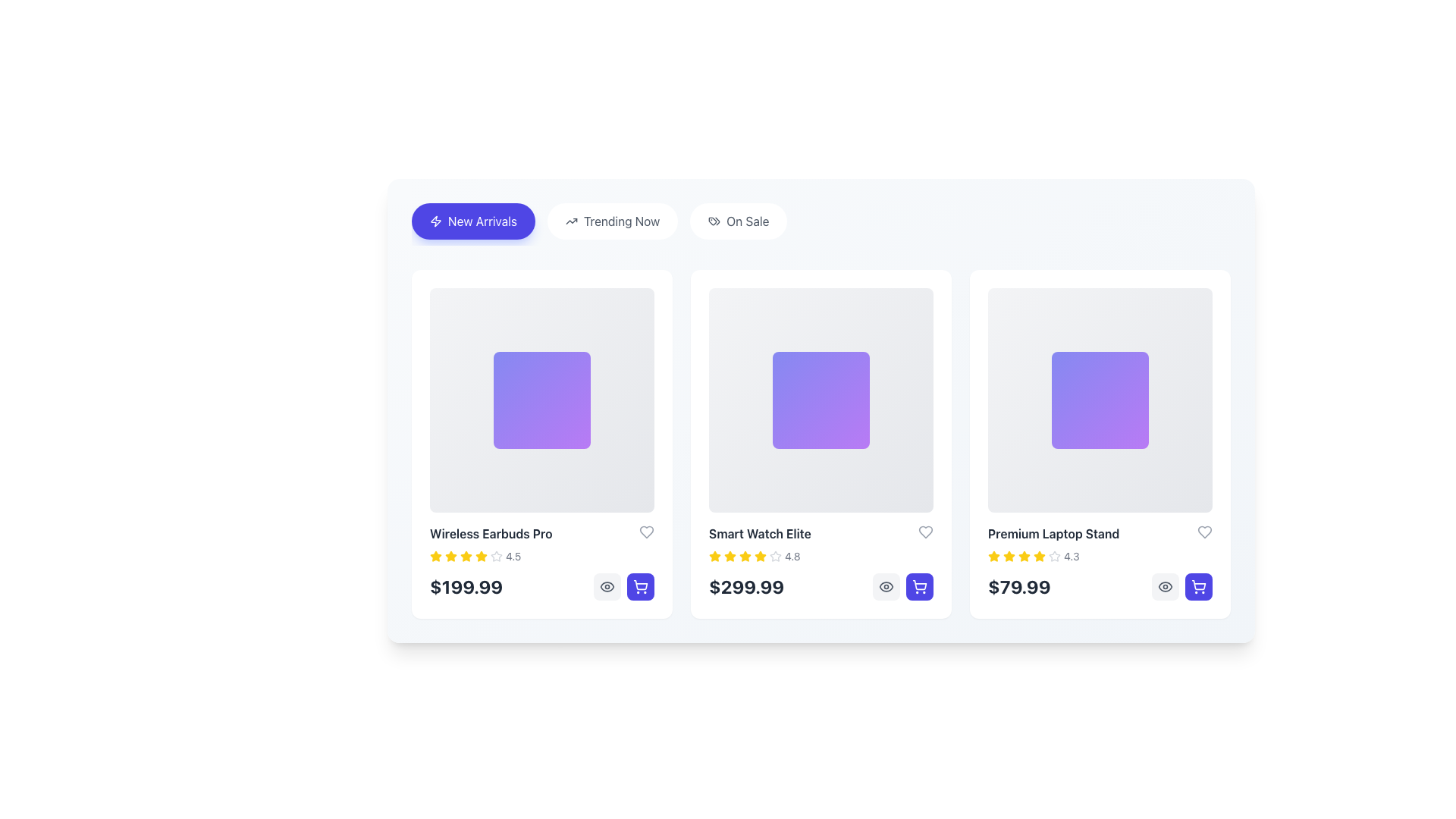  What do you see at coordinates (714, 221) in the screenshot?
I see `the decorative 'On Sale' icon located on the far left side of the 'On Sale' button` at bounding box center [714, 221].